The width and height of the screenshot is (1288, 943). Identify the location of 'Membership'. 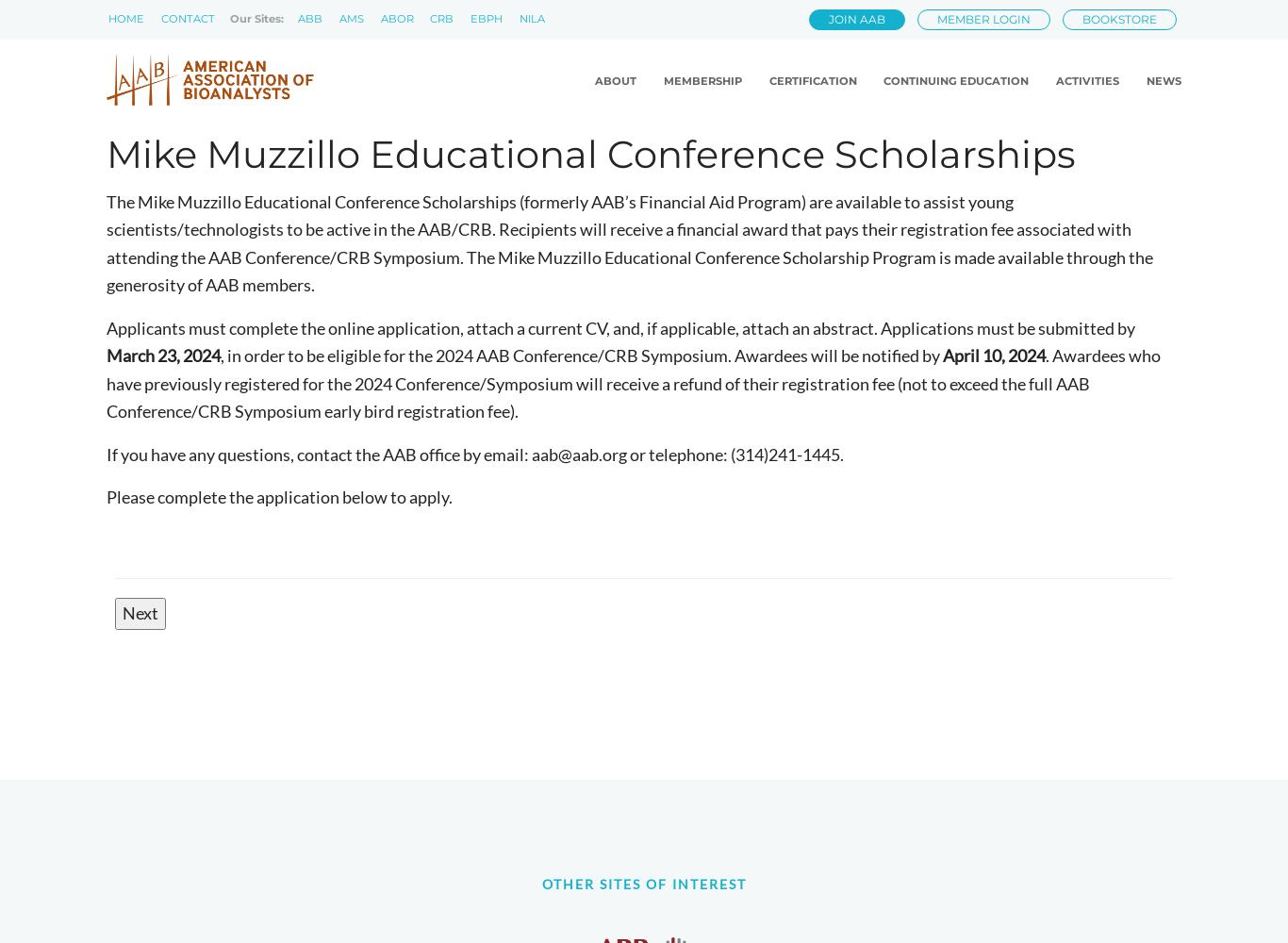
(702, 79).